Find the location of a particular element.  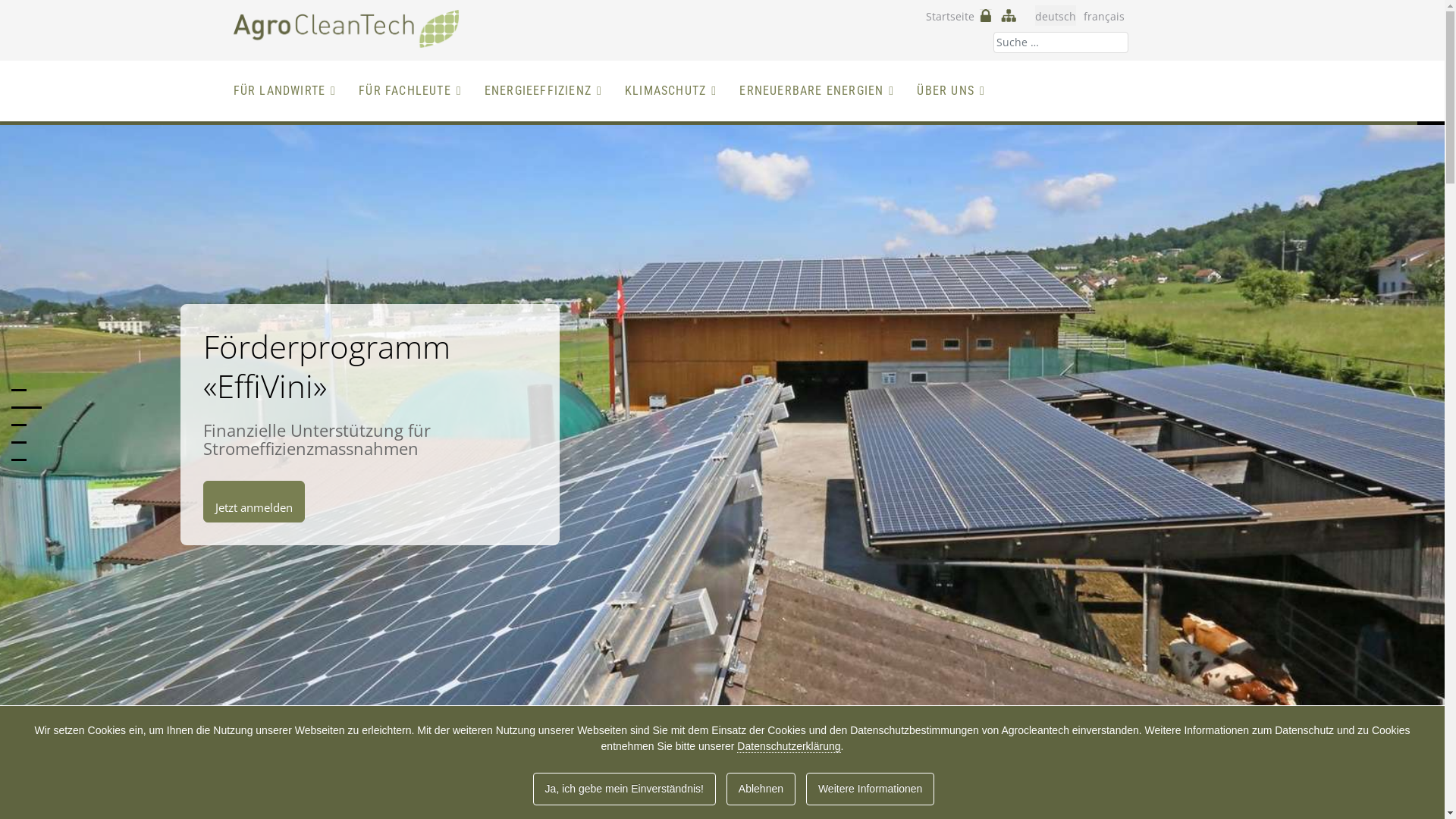

'Jetzt anmelden' is located at coordinates (254, 501).